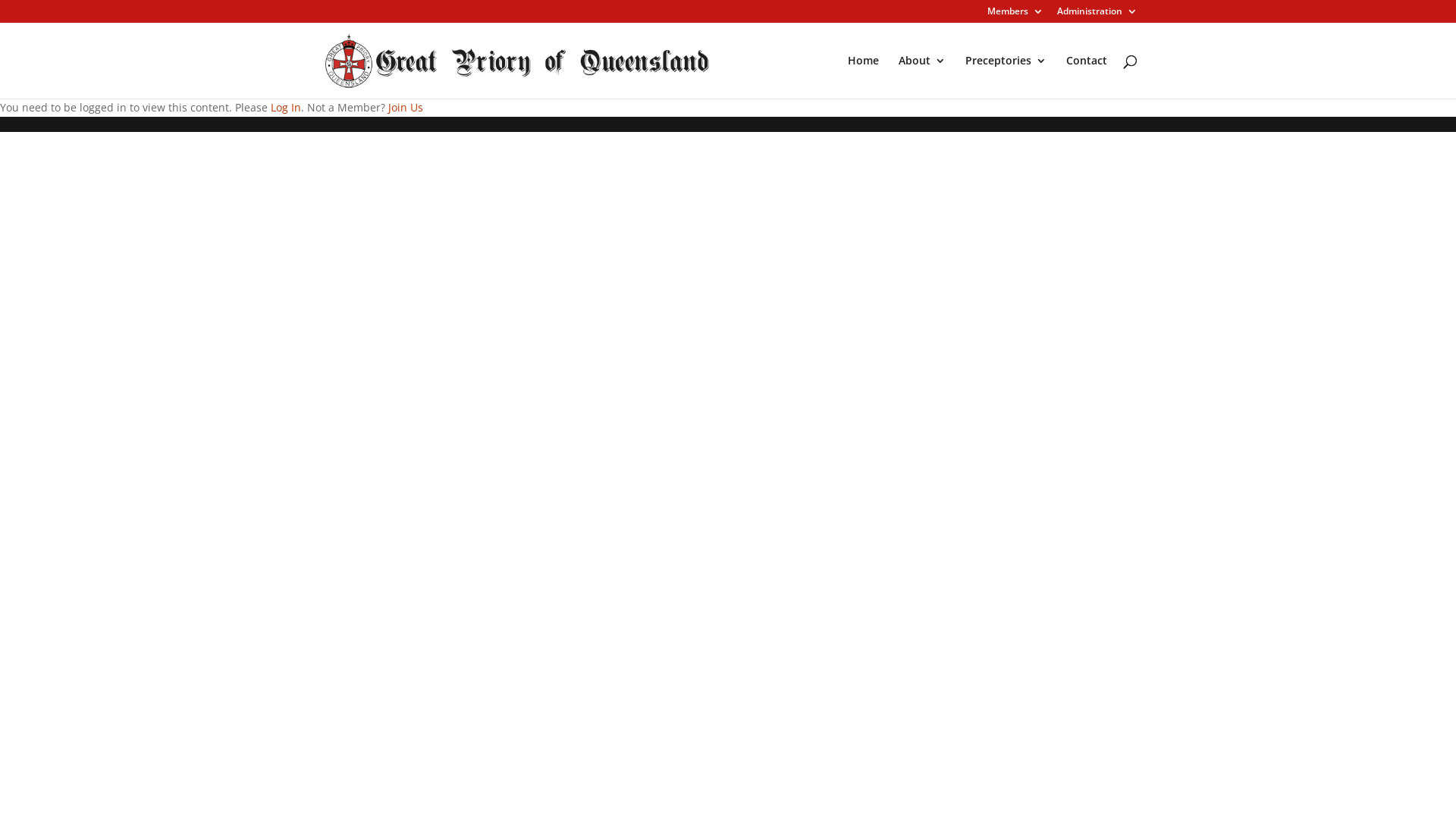 Image resolution: width=1456 pixels, height=819 pixels. What do you see at coordinates (1006, 77) in the screenshot?
I see `'Preceptories'` at bounding box center [1006, 77].